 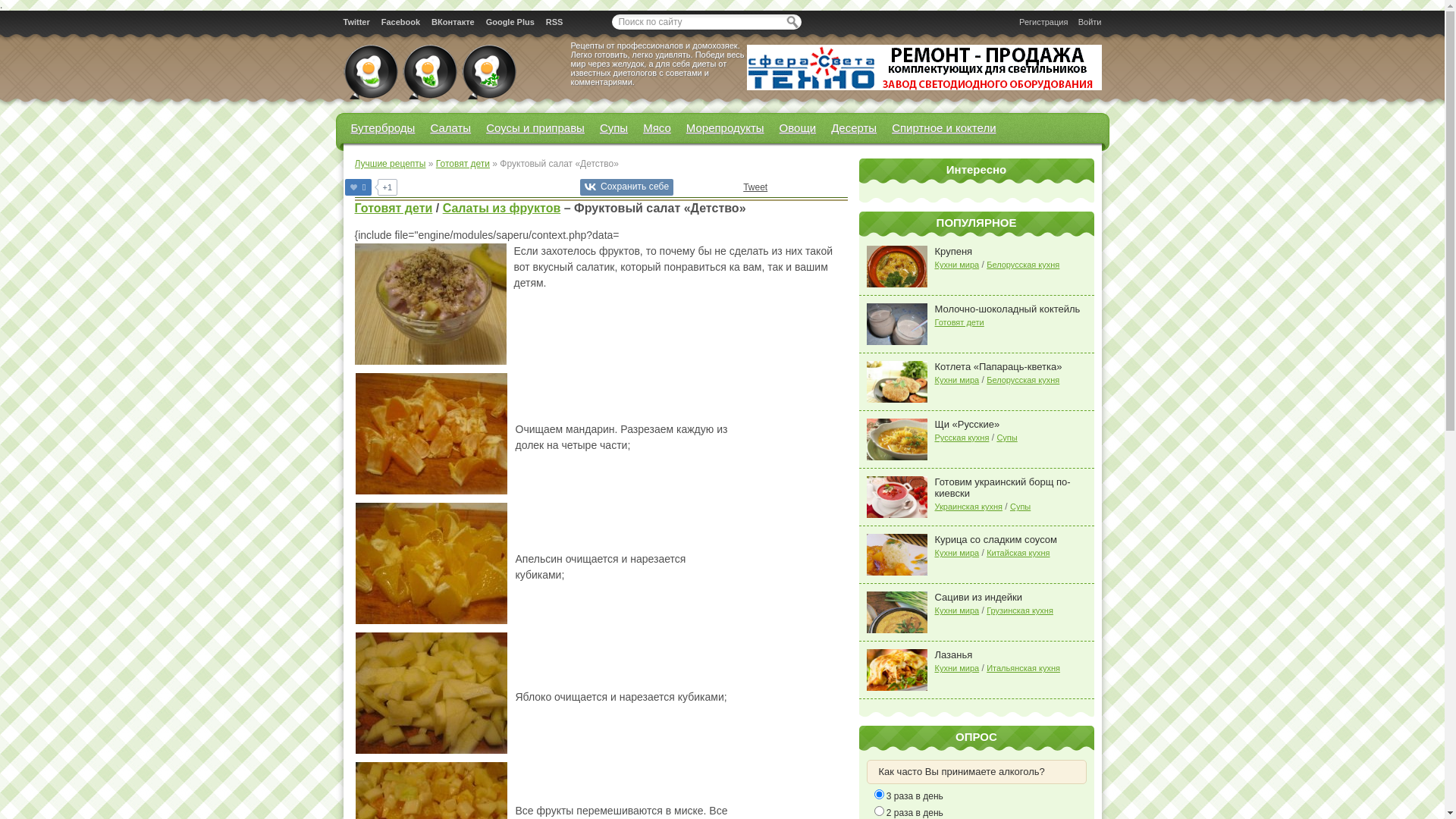 What do you see at coordinates (355, 22) in the screenshot?
I see `'Twitter'` at bounding box center [355, 22].